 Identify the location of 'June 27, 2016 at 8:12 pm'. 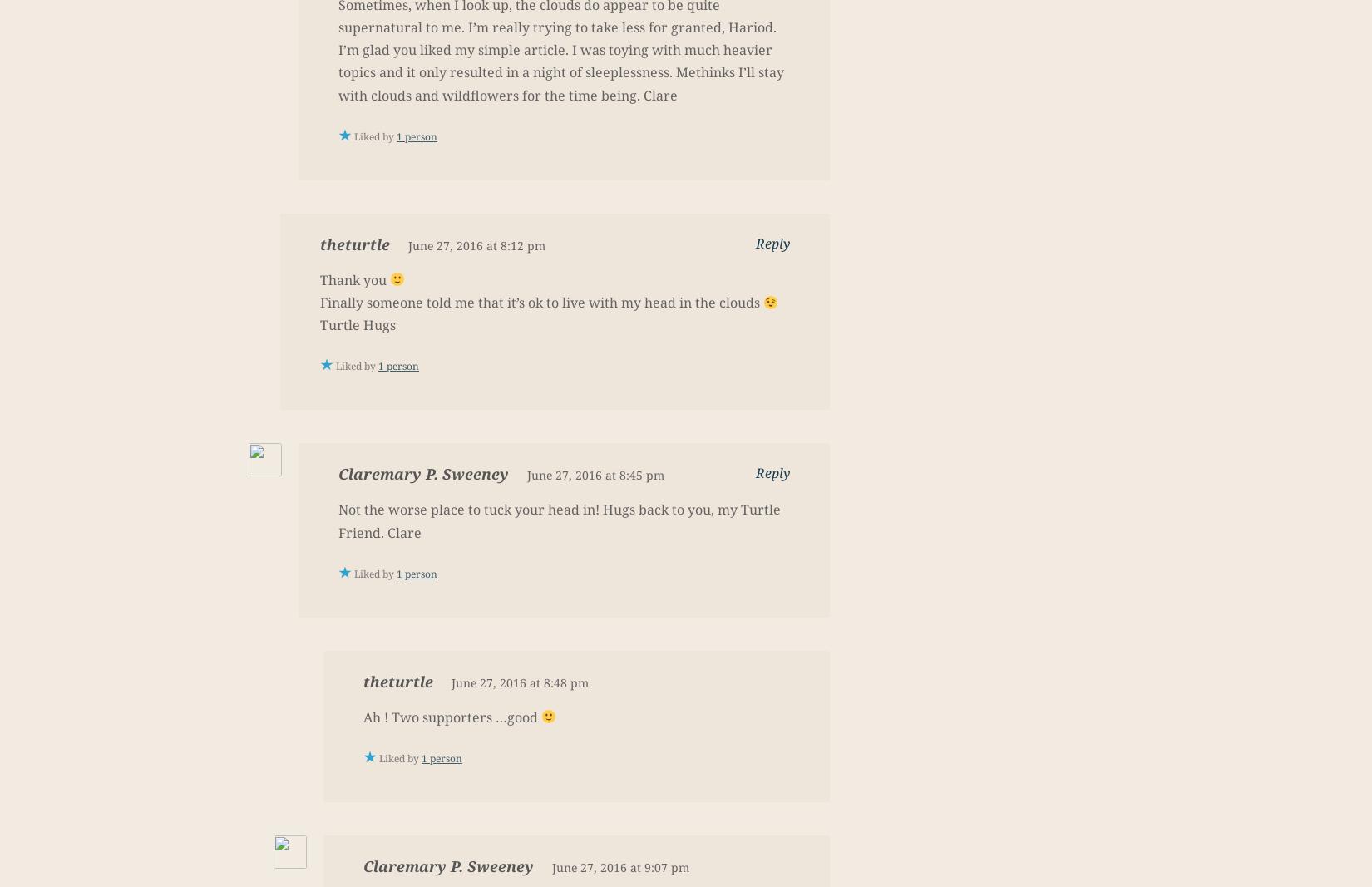
(407, 244).